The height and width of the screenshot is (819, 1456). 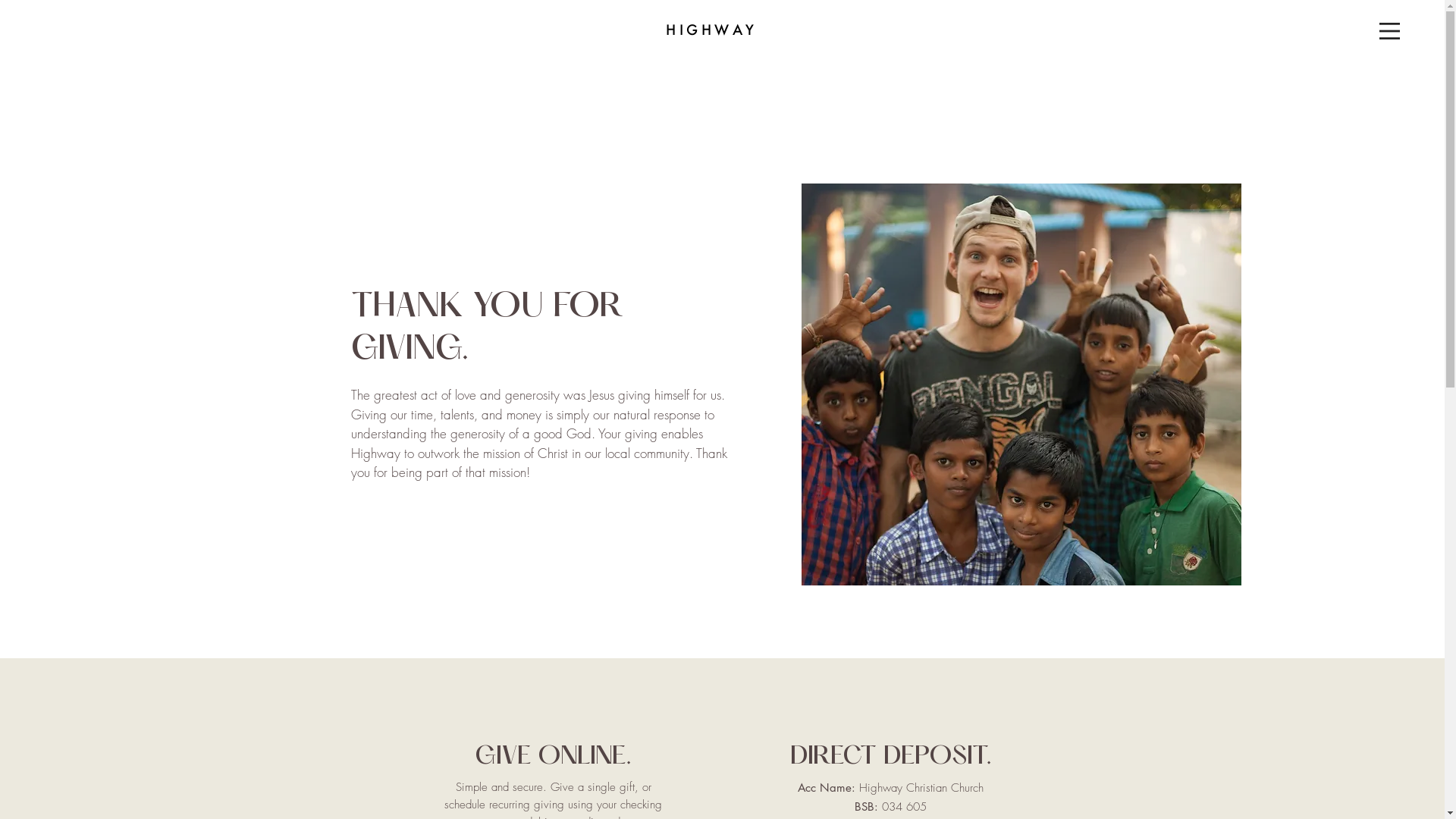 What do you see at coordinates (666, 30) in the screenshot?
I see `'HIGHWAY'` at bounding box center [666, 30].